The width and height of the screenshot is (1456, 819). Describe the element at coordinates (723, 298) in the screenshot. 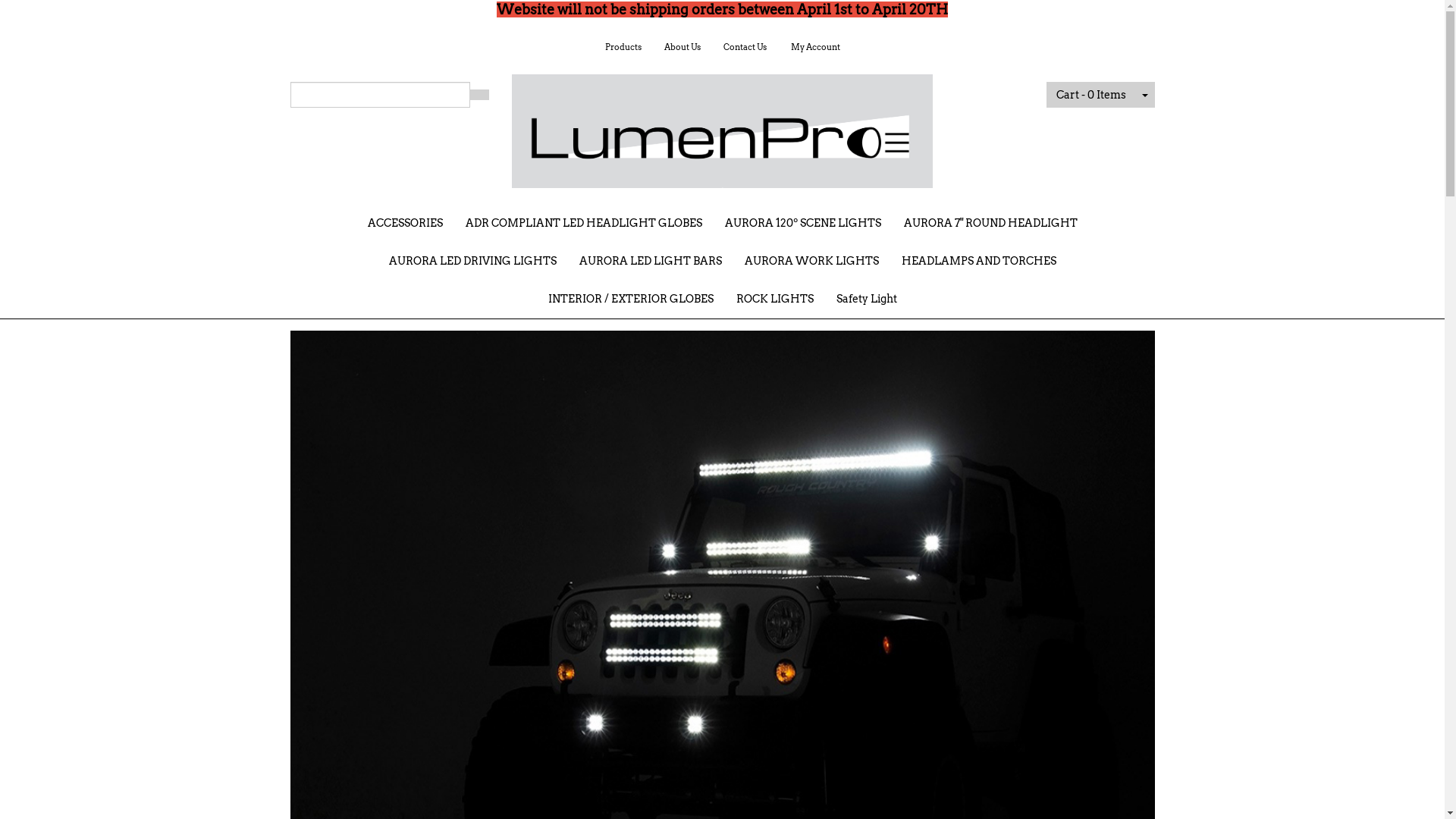

I see `'ROCK LIGHTS'` at that location.